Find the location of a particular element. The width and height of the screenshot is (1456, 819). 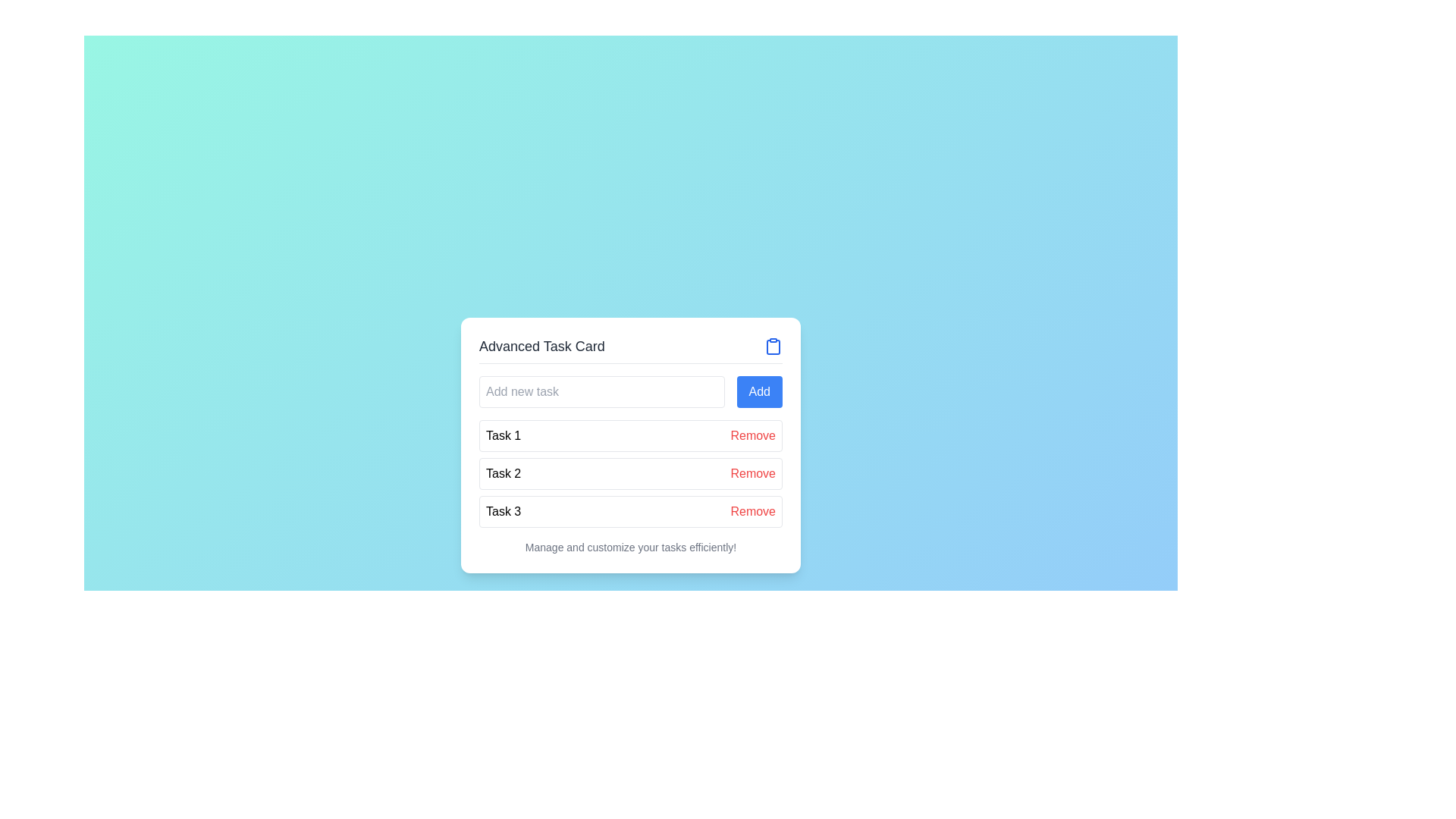

text label 'Task 3' which is the third entry in a task list on a card interface, located in the lower-left quadrant of the card is located at coordinates (504, 511).